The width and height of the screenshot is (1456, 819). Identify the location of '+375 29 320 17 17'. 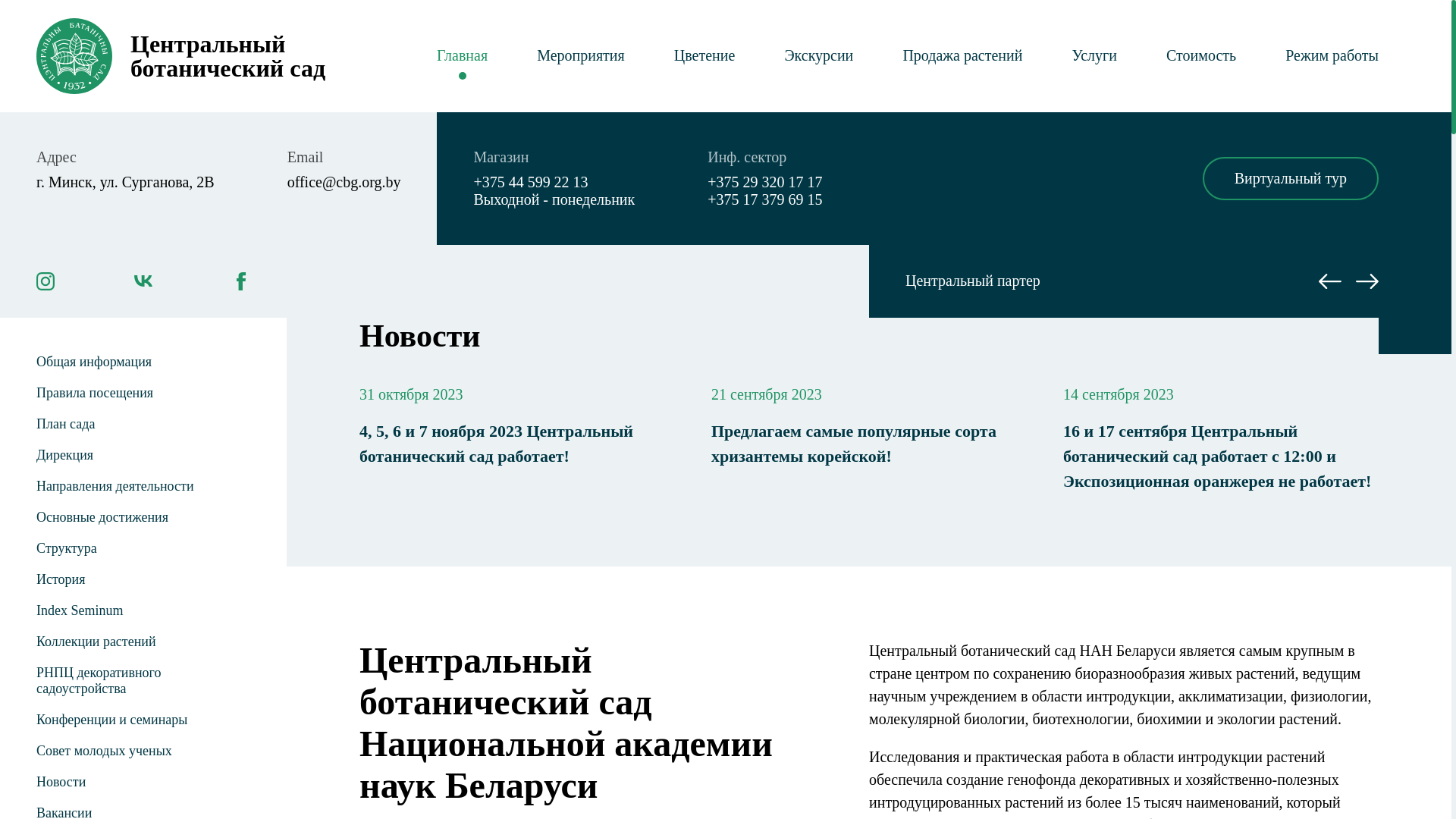
(706, 181).